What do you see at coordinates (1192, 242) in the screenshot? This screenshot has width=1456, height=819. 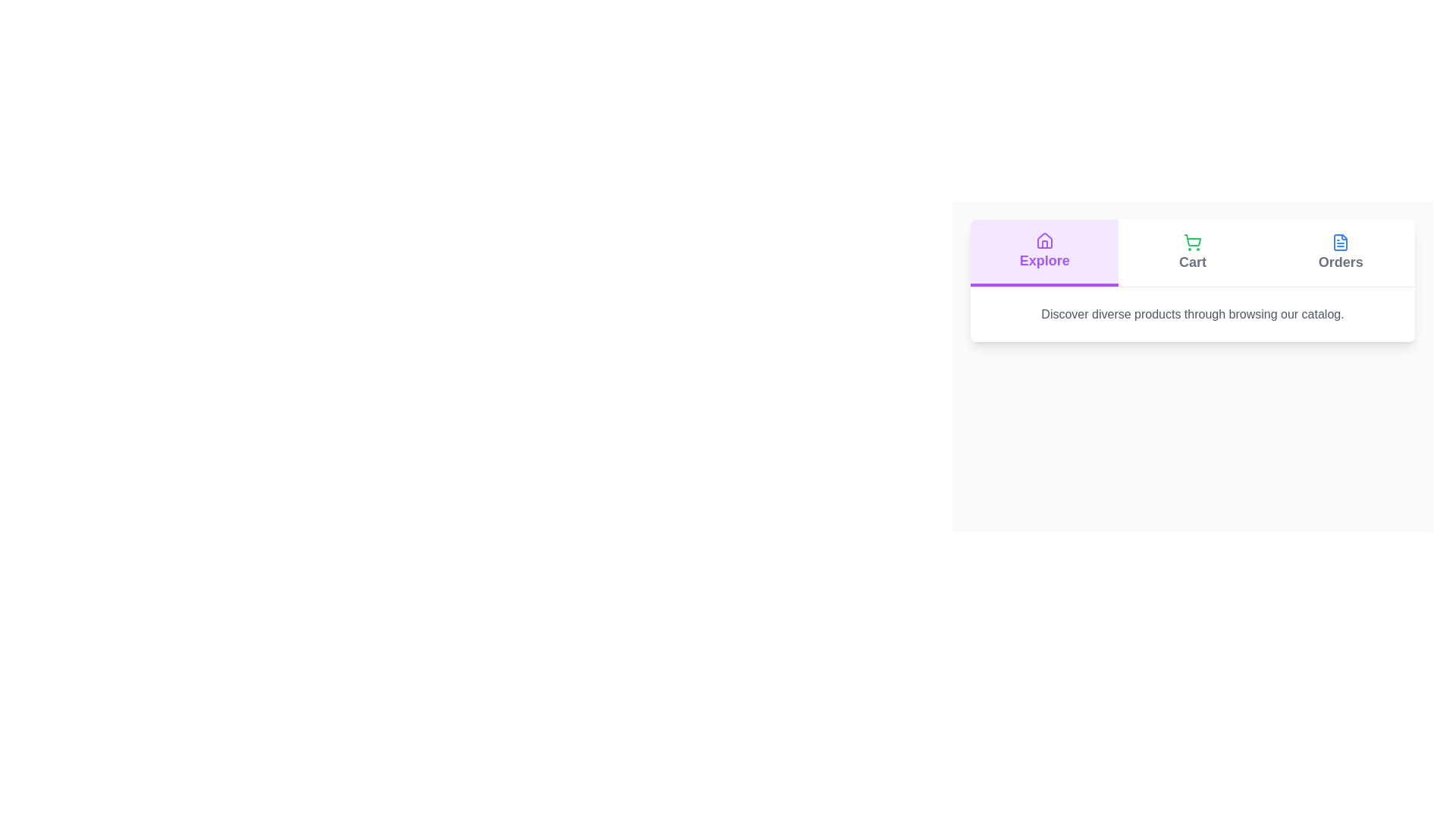 I see `the icon for the Cart tab to examine its visual representation` at bounding box center [1192, 242].